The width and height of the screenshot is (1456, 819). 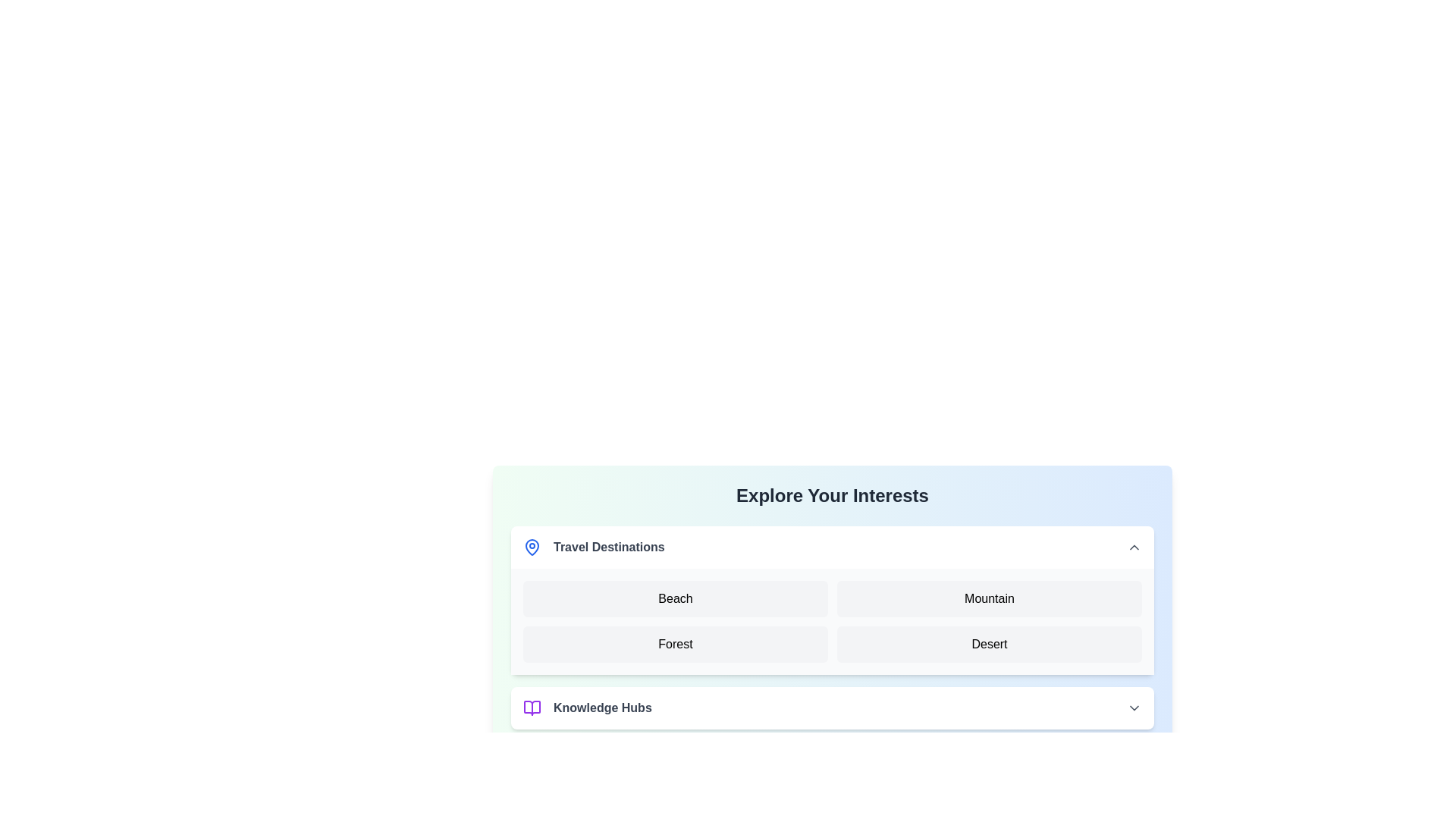 What do you see at coordinates (990, 598) in the screenshot?
I see `the 'Mountain' selection button located in the second column of the top row of the grid layout` at bounding box center [990, 598].